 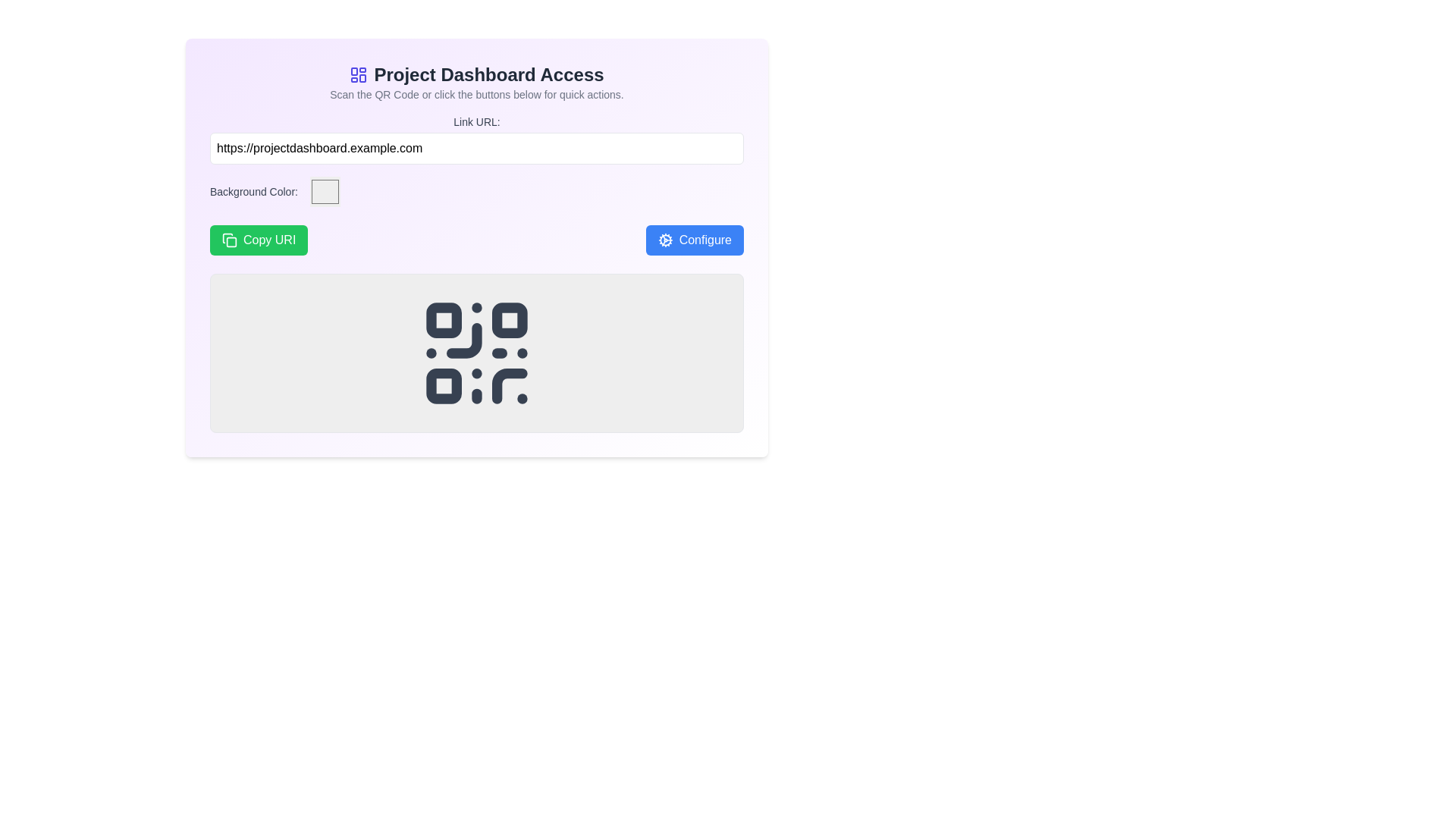 What do you see at coordinates (443, 319) in the screenshot?
I see `the small square with rounded corners located in the top-left corner of the QR code graphic` at bounding box center [443, 319].